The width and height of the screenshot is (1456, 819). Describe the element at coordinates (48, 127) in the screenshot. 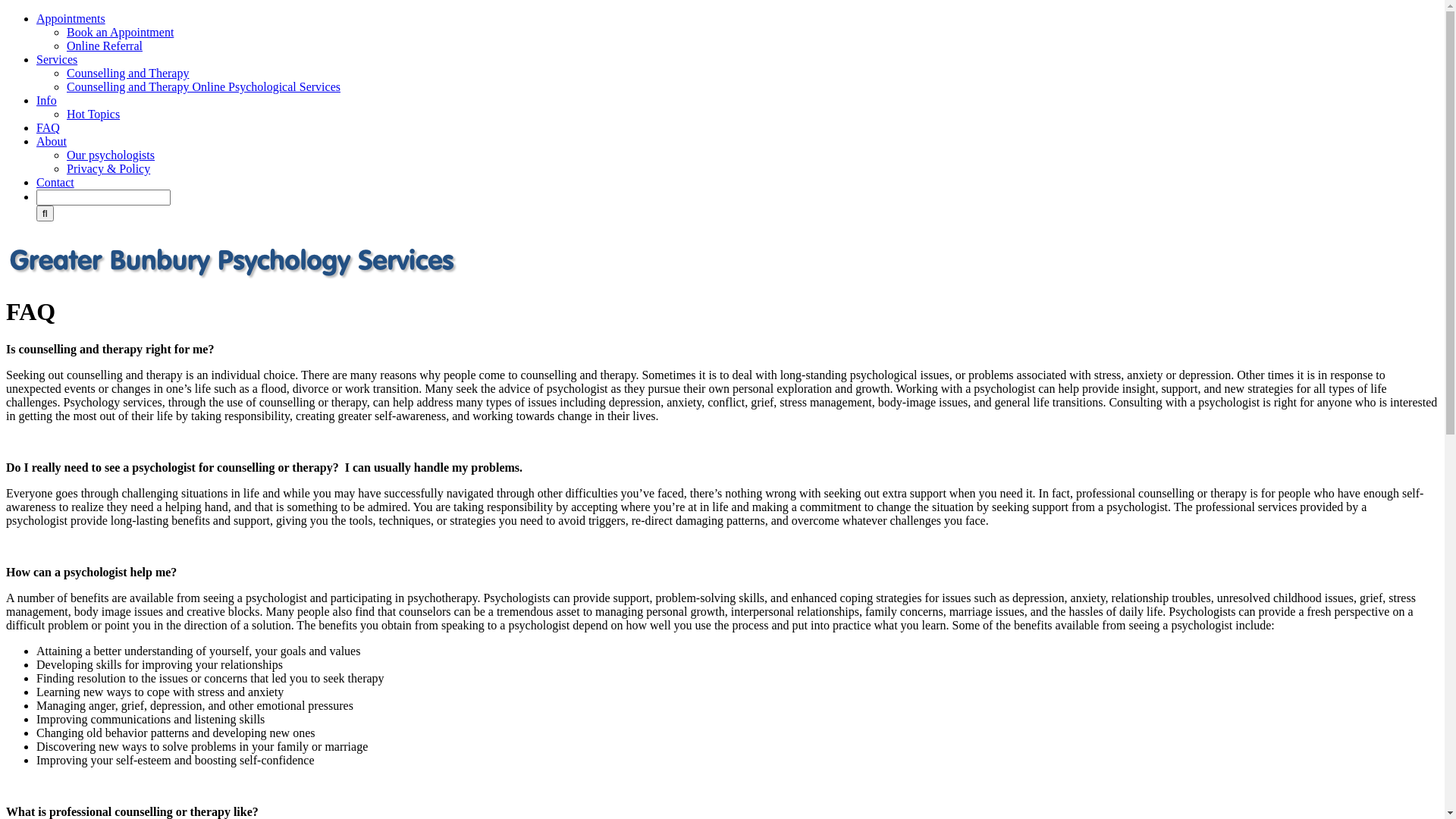

I see `'FAQ'` at that location.